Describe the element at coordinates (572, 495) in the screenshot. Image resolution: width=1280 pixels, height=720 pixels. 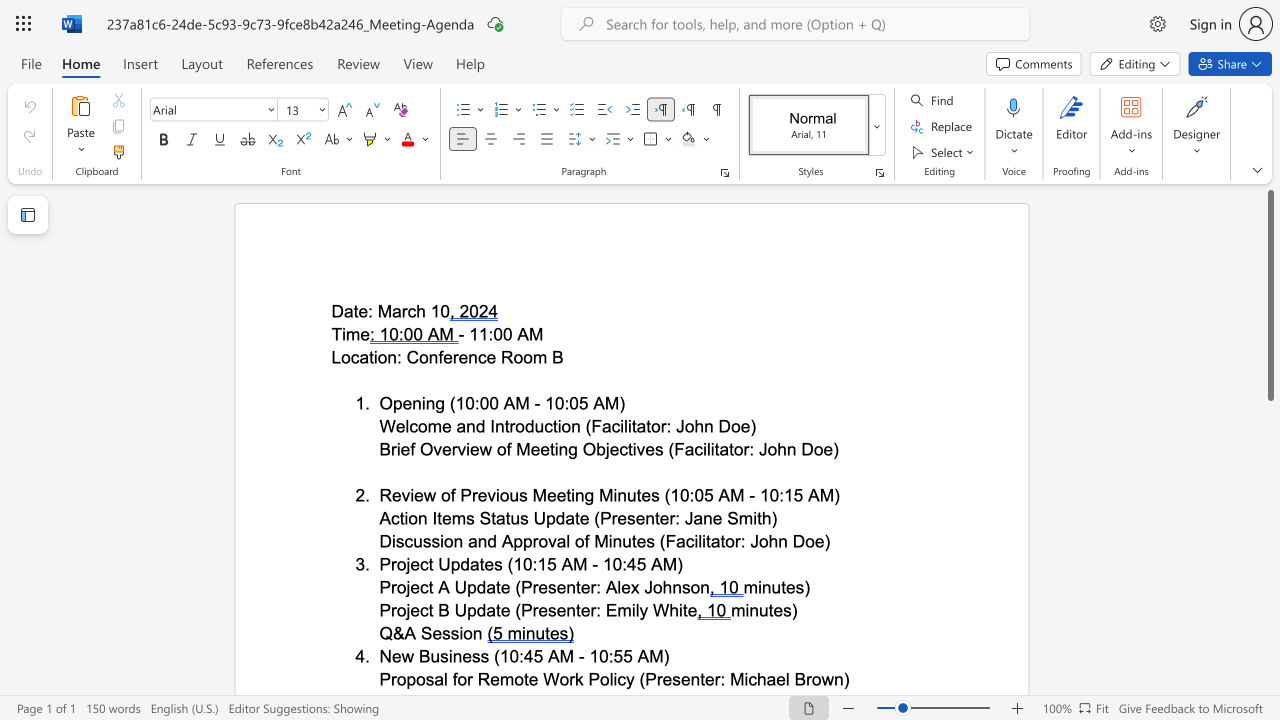
I see `the 3th character "i" in the text` at that location.